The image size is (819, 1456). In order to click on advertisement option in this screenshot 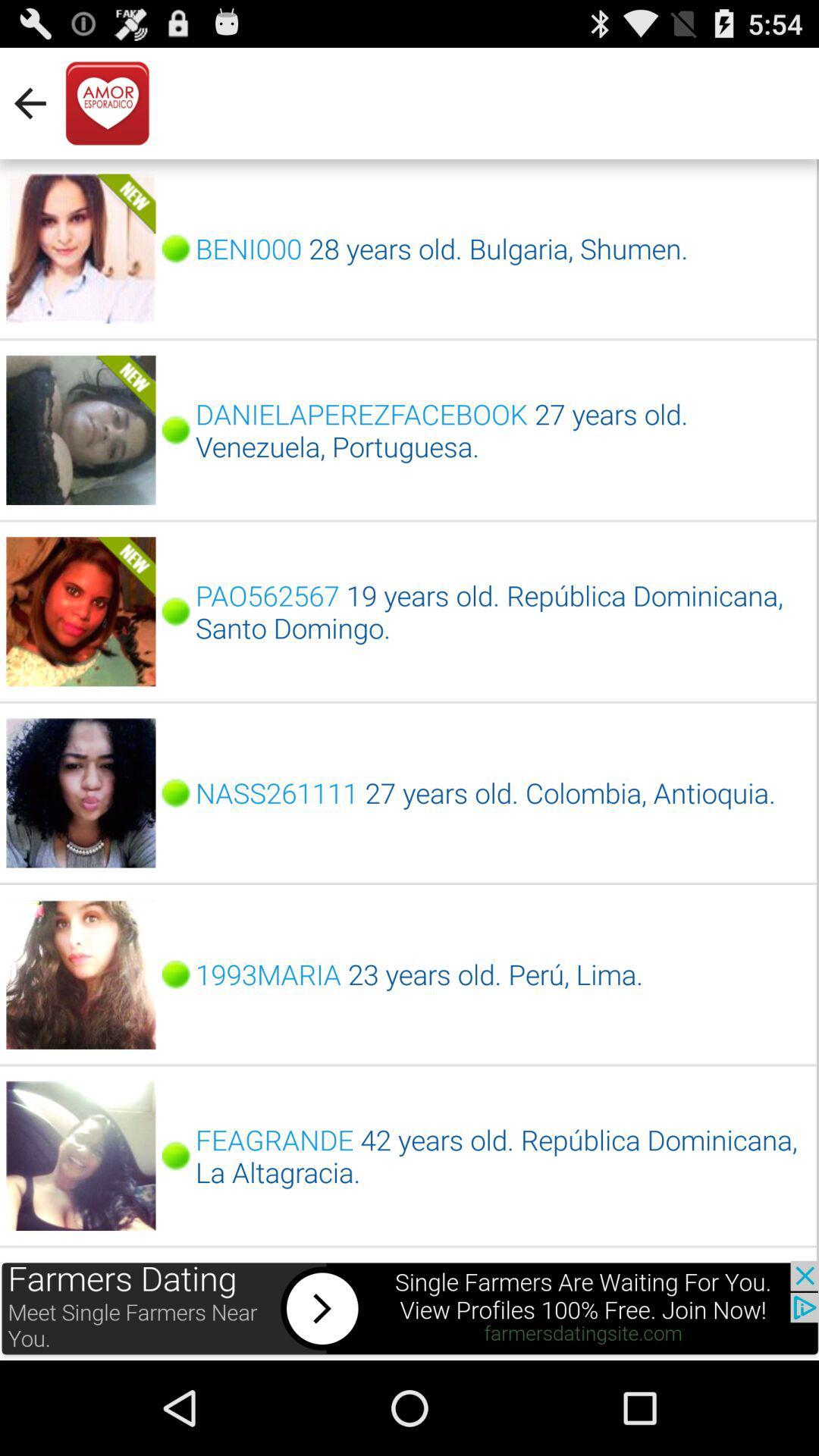, I will do `click(409, 1310)`.